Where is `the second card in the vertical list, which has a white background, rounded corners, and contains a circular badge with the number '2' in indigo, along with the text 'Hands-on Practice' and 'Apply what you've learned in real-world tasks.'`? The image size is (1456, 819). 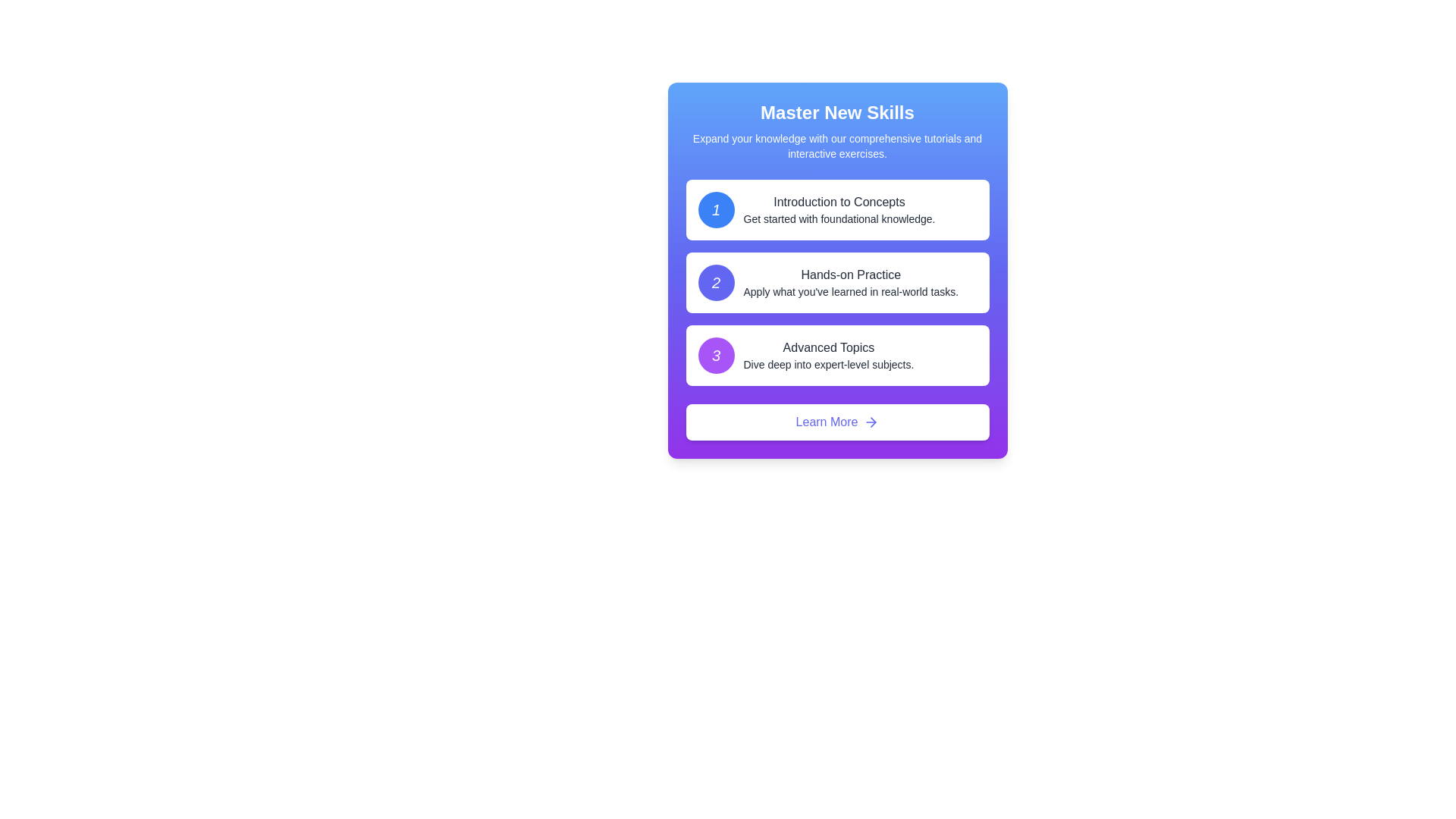
the second card in the vertical list, which has a white background, rounded corners, and contains a circular badge with the number '2' in indigo, along with the text 'Hands-on Practice' and 'Apply what you've learned in real-world tasks.' is located at coordinates (836, 283).